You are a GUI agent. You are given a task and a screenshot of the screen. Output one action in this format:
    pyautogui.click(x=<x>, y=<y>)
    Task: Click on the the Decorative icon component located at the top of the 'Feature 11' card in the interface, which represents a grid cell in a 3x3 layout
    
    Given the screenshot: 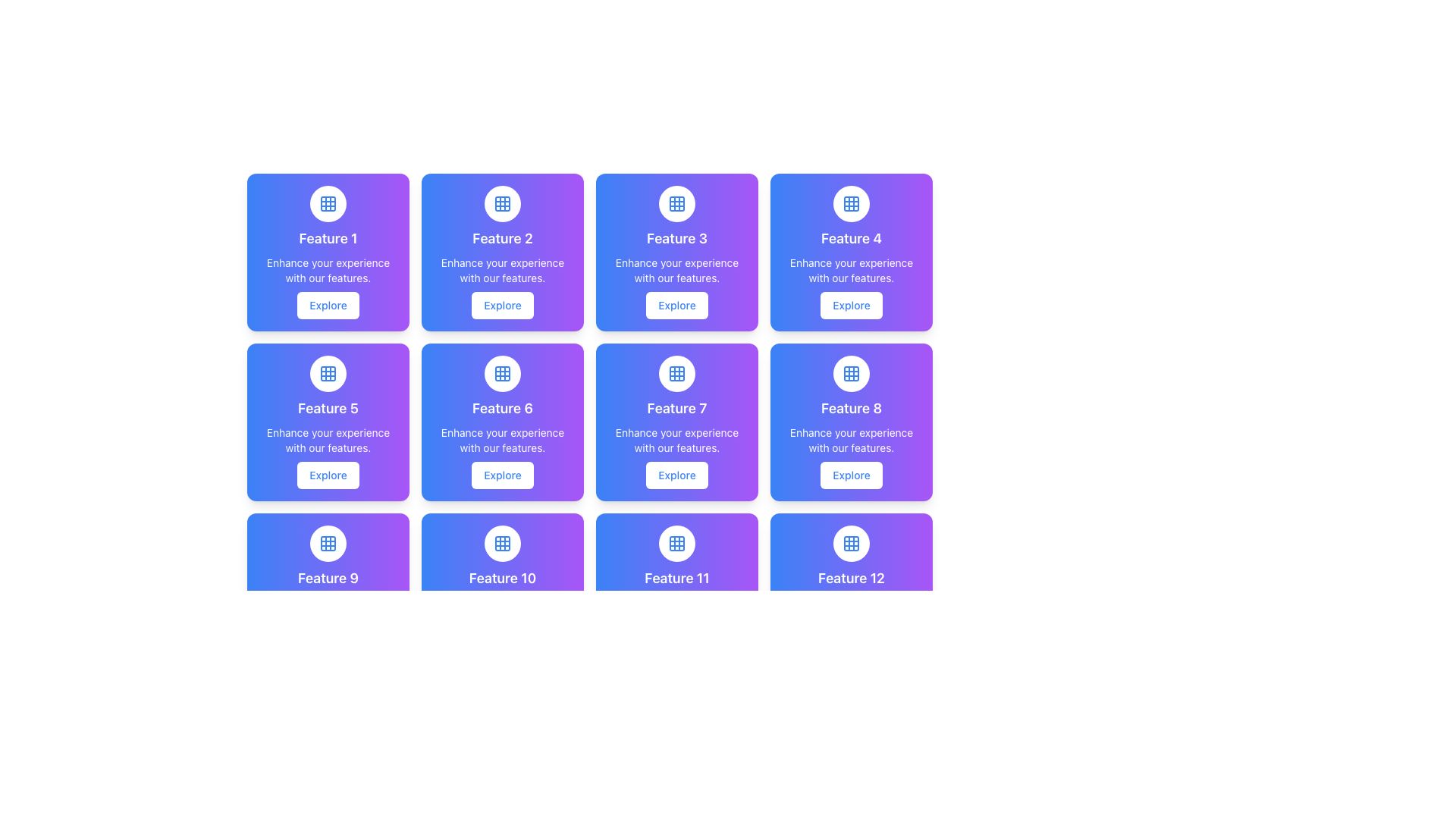 What is the action you would take?
    pyautogui.click(x=676, y=543)
    